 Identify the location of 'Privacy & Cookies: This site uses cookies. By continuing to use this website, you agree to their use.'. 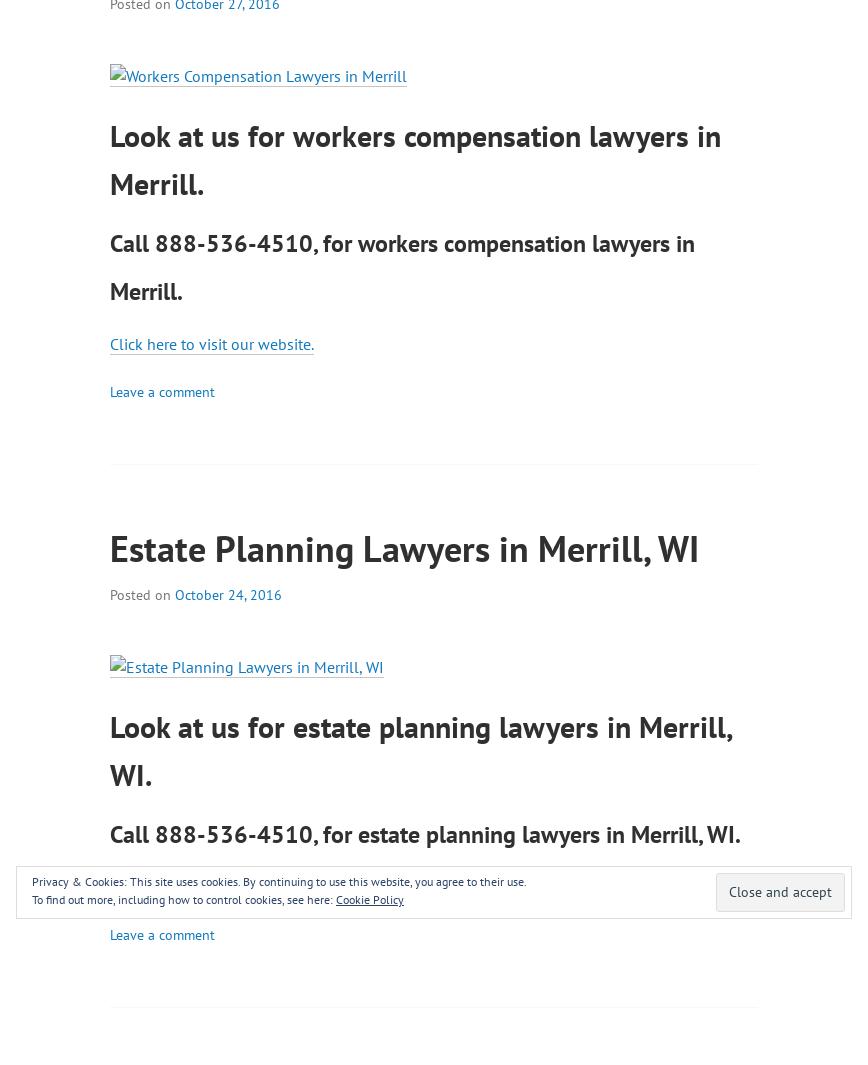
(279, 881).